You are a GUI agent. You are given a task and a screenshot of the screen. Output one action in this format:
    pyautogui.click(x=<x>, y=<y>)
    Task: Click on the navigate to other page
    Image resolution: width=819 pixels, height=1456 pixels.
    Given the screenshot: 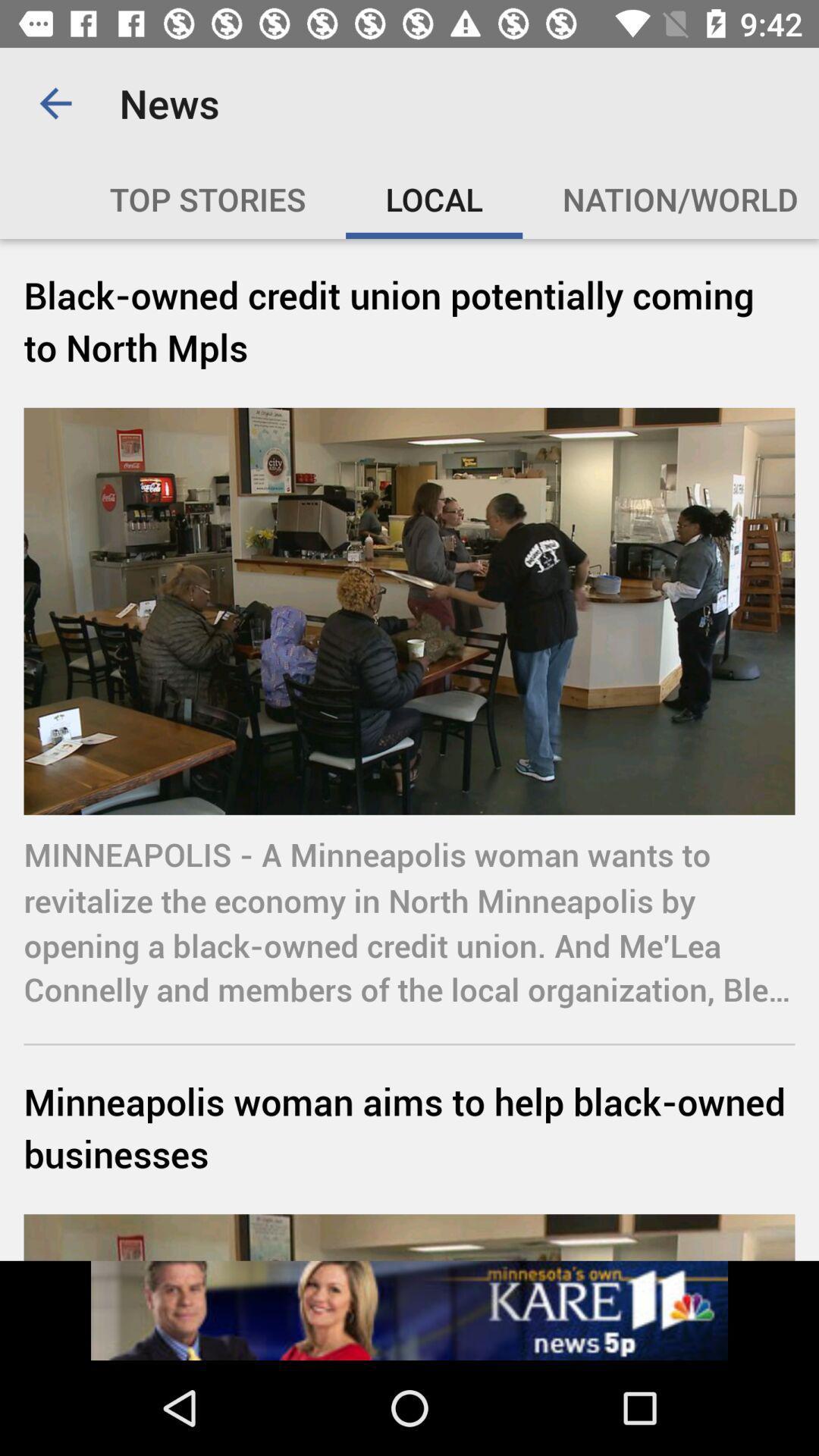 What is the action you would take?
    pyautogui.click(x=409, y=1310)
    